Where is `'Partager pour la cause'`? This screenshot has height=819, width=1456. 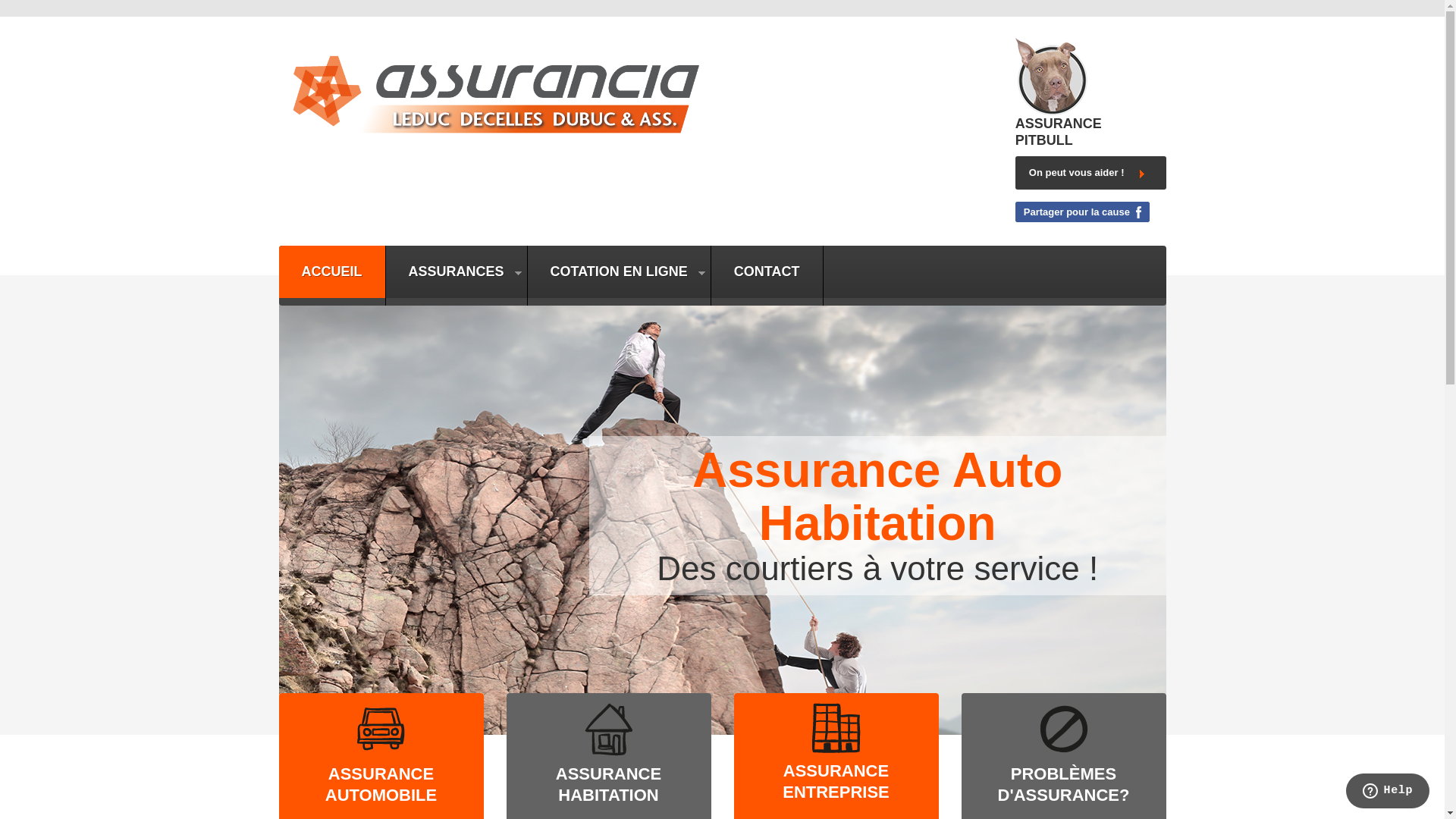
'Partager pour la cause' is located at coordinates (1081, 212).